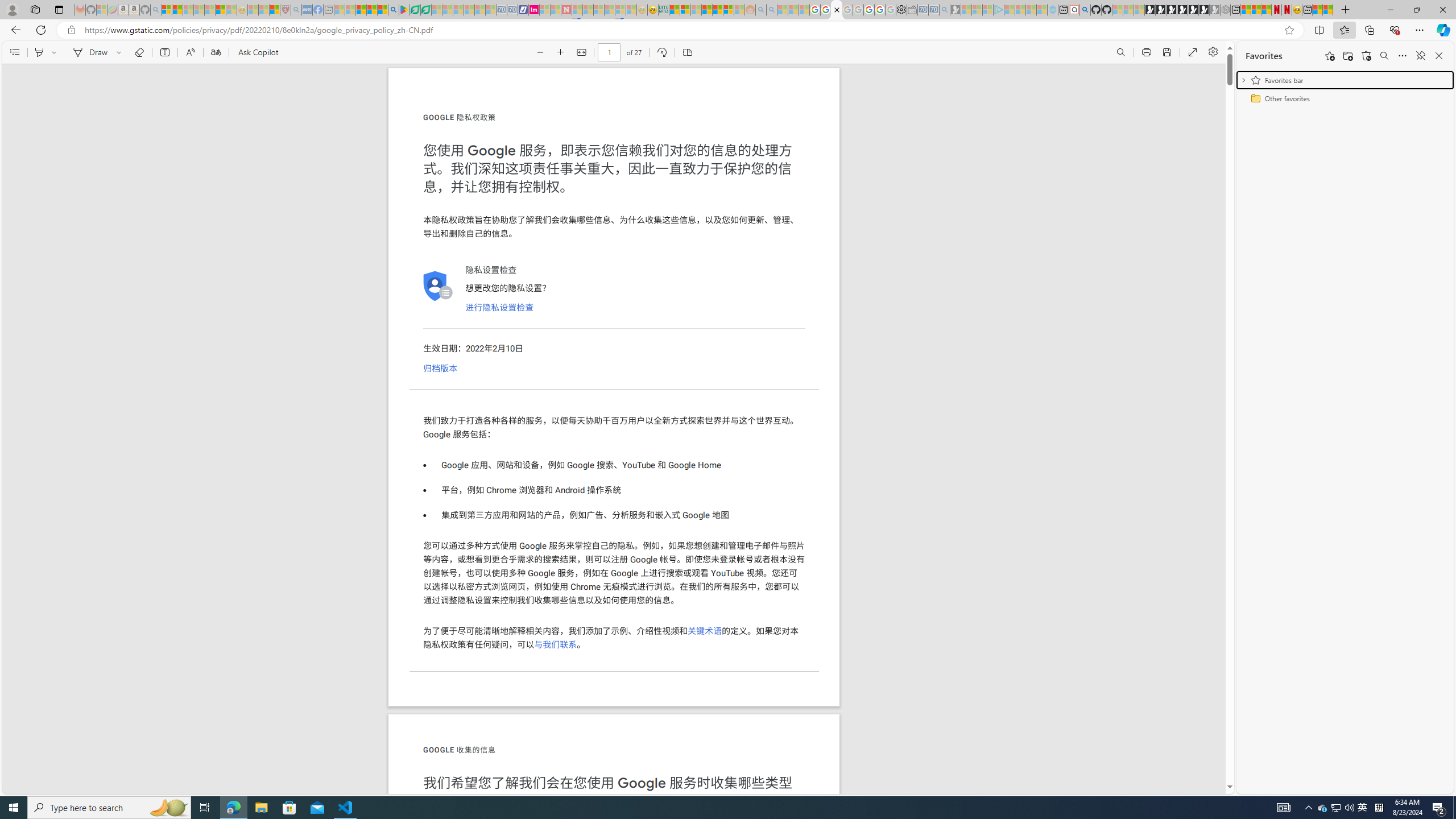  What do you see at coordinates (1166, 52) in the screenshot?
I see `'Save (Ctrl+S)'` at bounding box center [1166, 52].